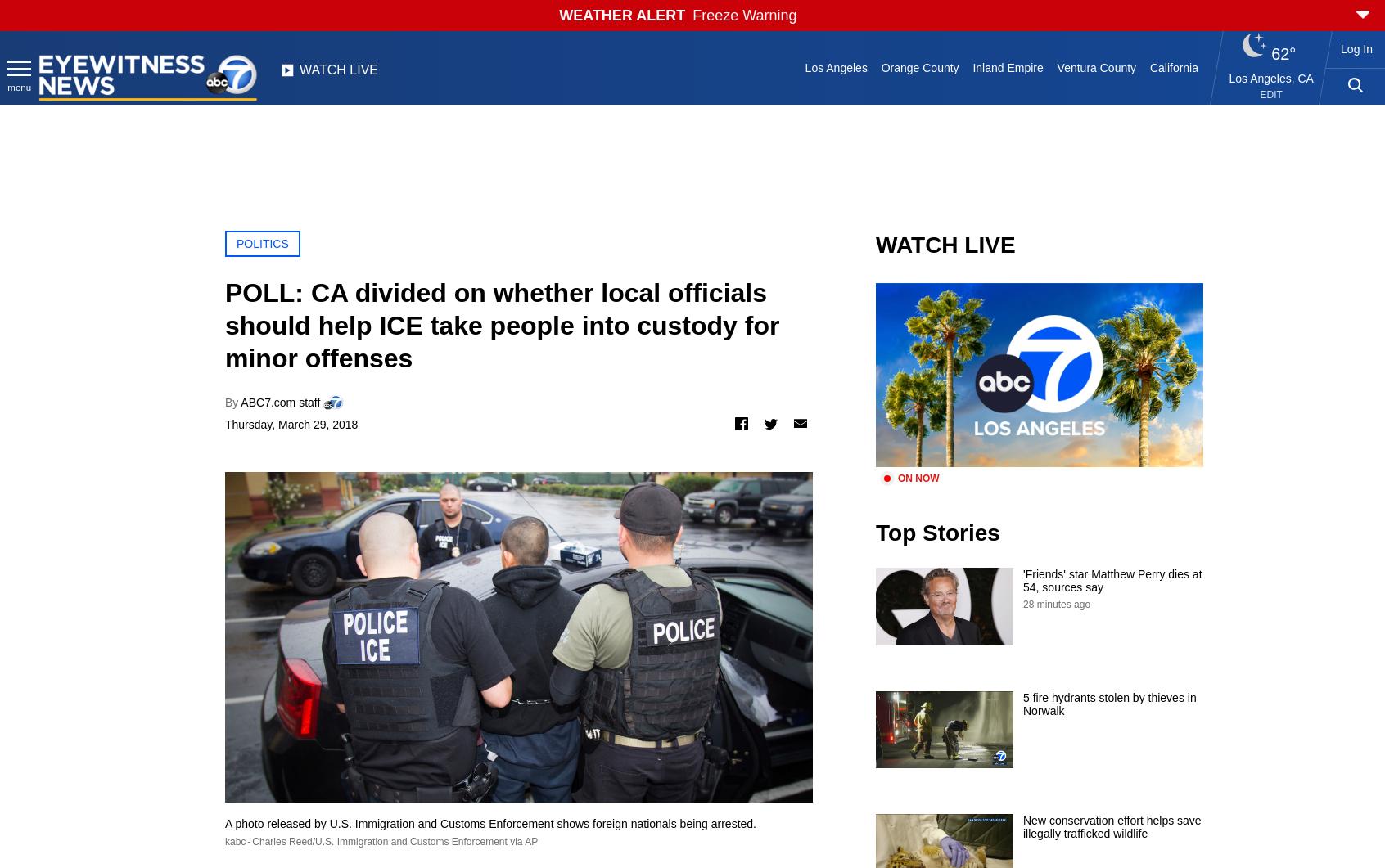  What do you see at coordinates (1270, 79) in the screenshot?
I see `'Los Angeles, CA'` at bounding box center [1270, 79].